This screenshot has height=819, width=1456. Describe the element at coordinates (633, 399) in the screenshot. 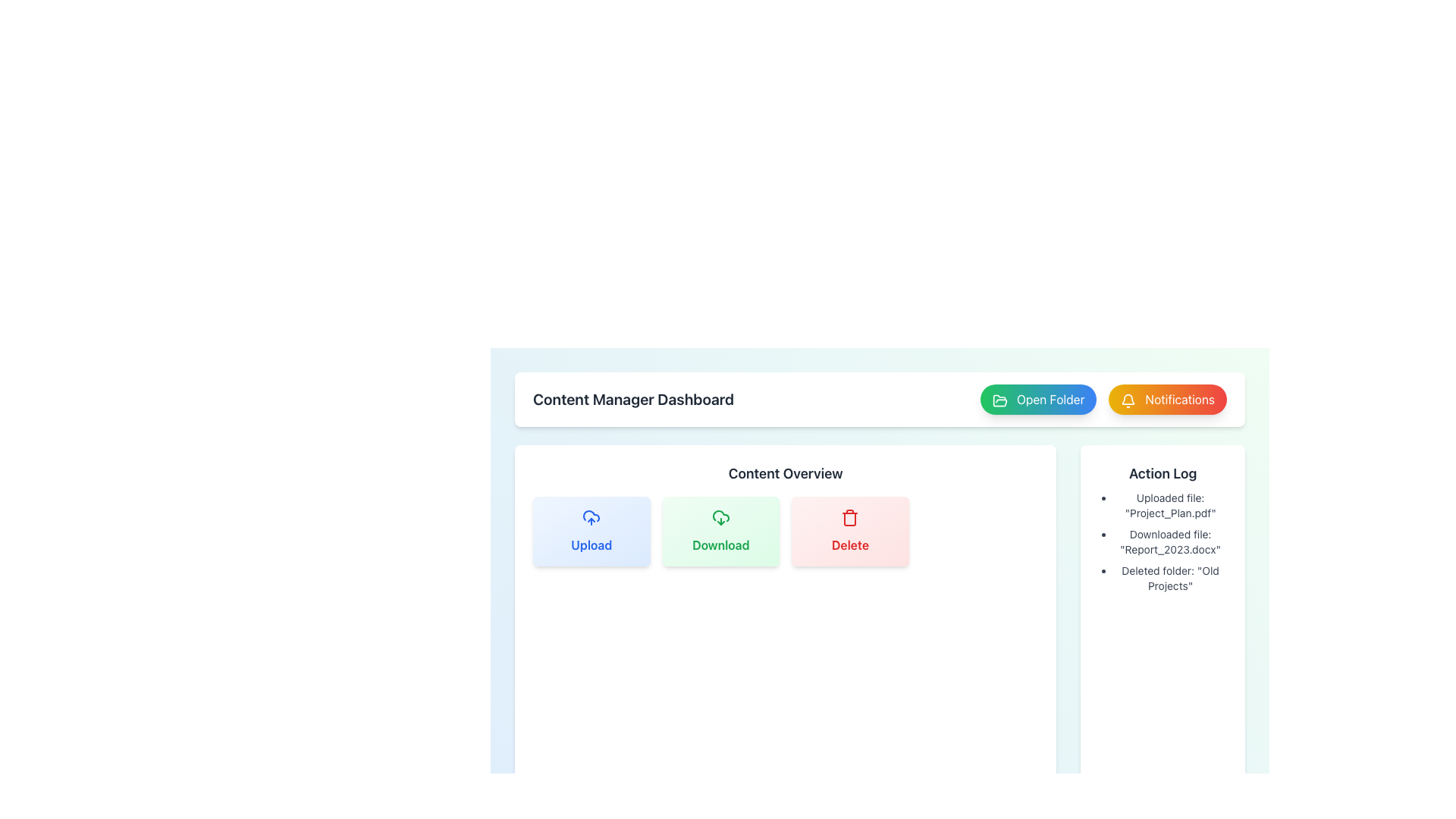

I see `the text label 'Content Manager Dashboard' which is styled with large, bold, and dark text, positioned in the header section above 'Content Overview' and 'Action Log'` at that location.